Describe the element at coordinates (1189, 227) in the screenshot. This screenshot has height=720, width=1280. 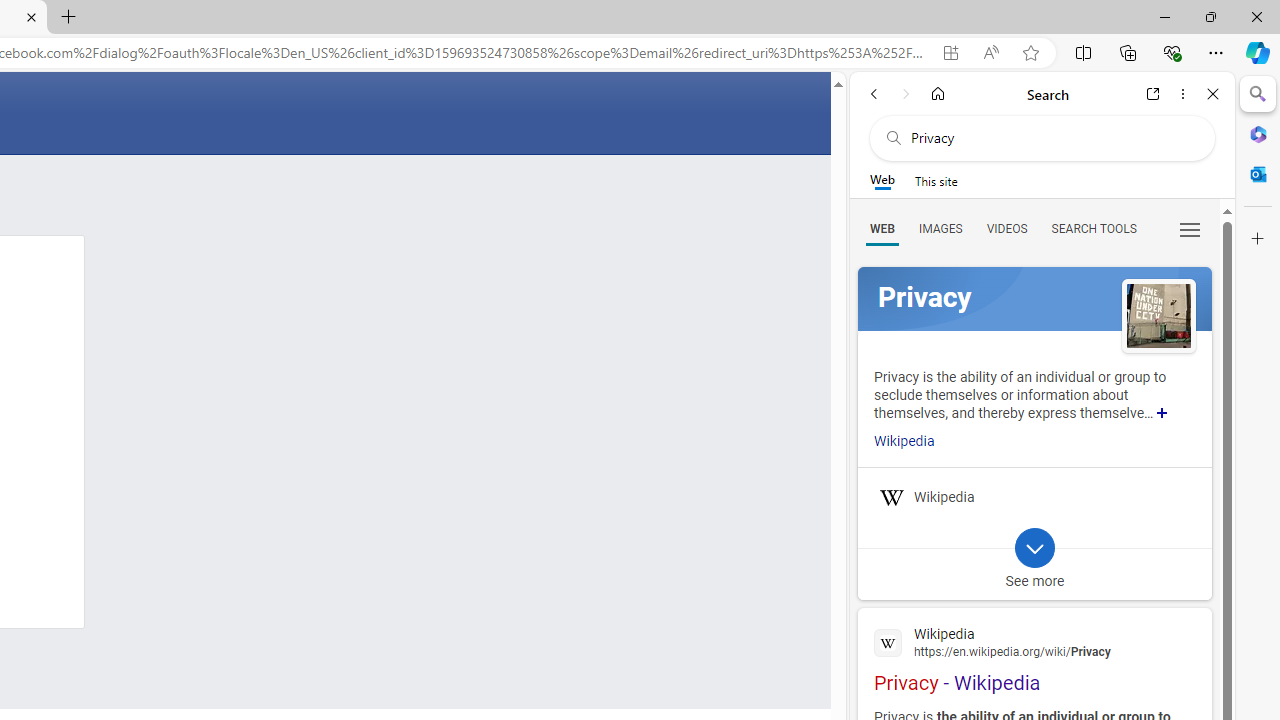
I see `'Preferences'` at that location.